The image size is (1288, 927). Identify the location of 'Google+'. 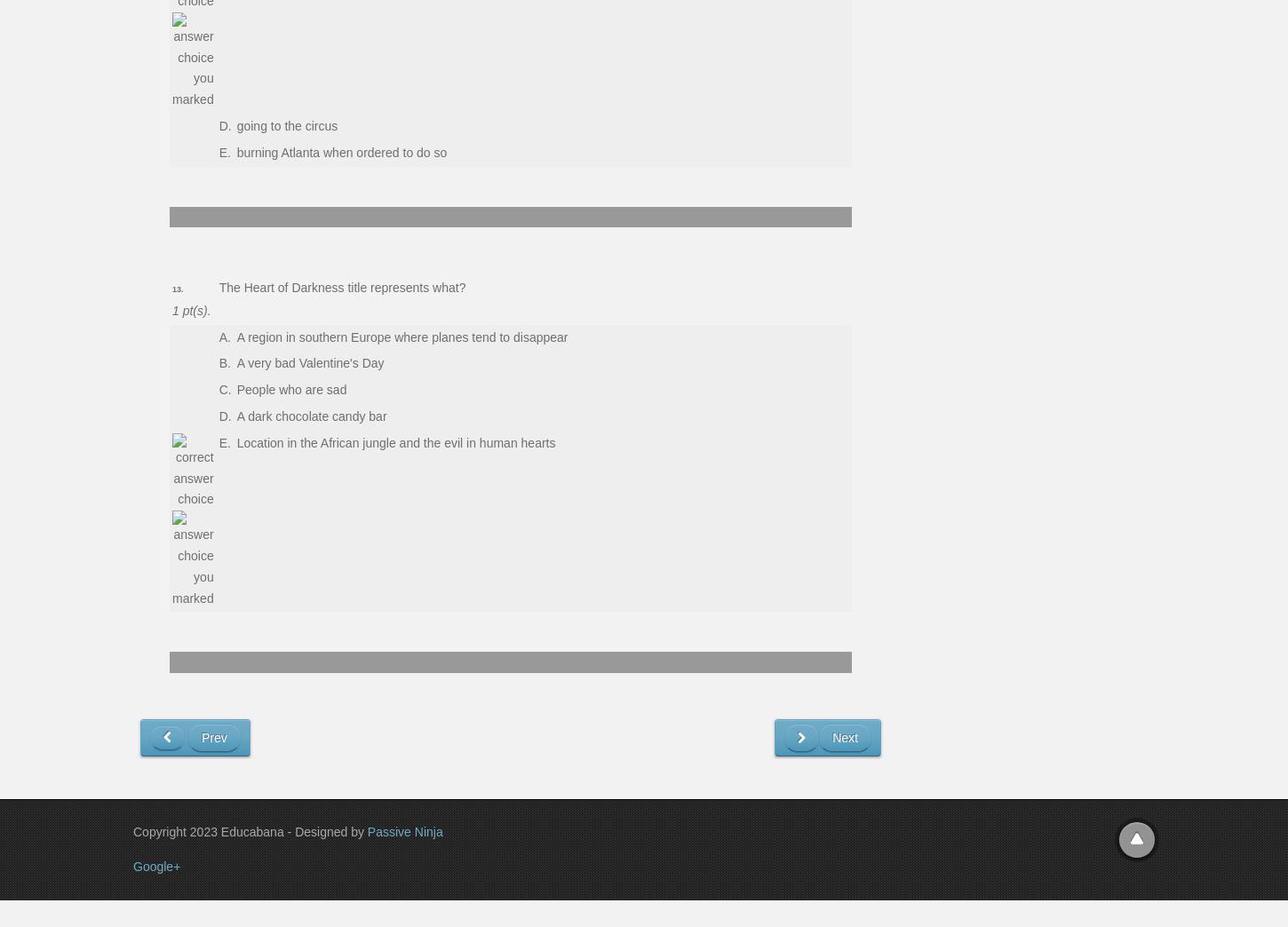
(155, 864).